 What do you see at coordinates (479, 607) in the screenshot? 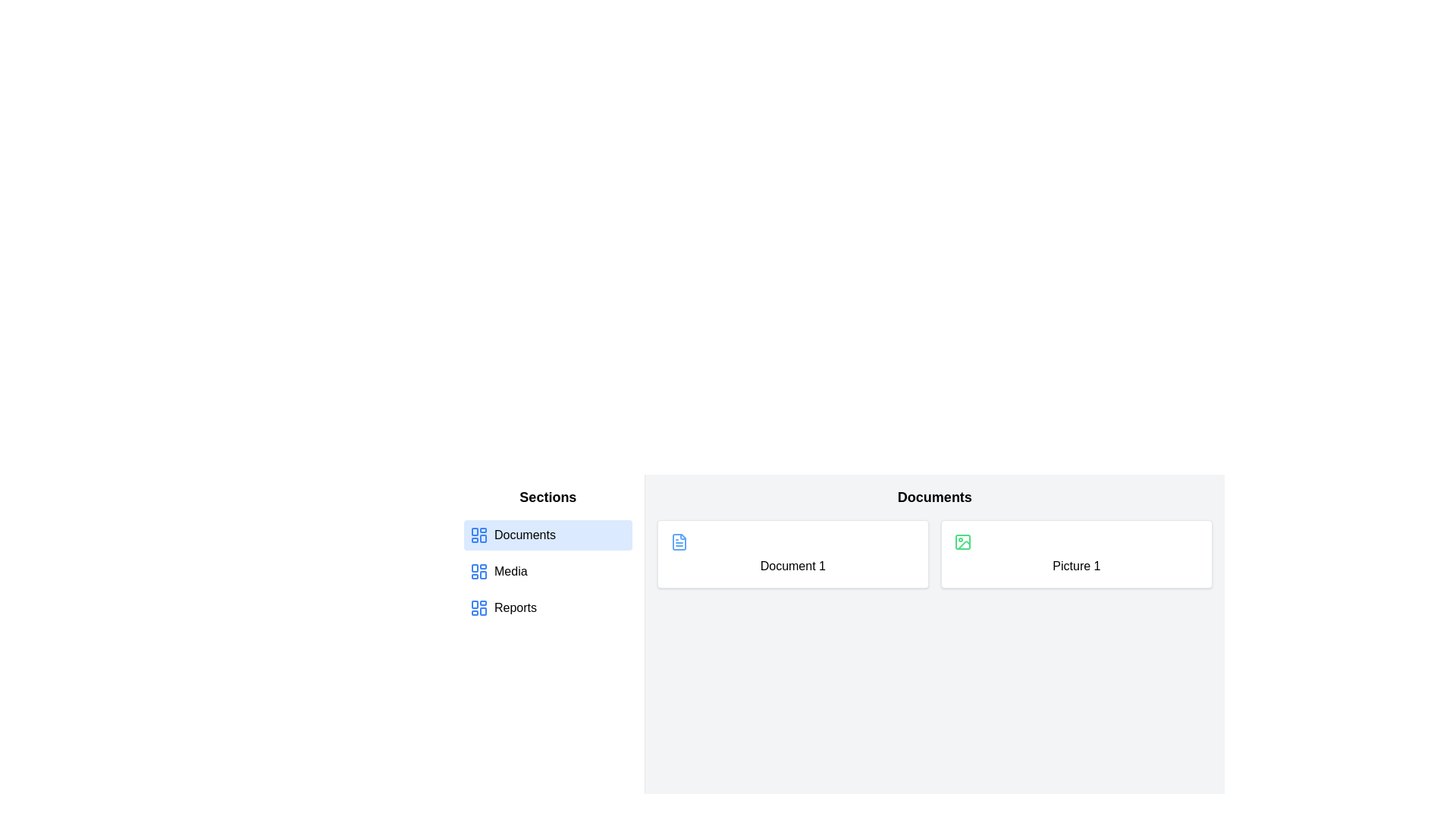
I see `icon in the 'Reports' section of the sidebar, which is represented by a blue grid-like dashboard layout adjacent to the 'Reports' text label` at bounding box center [479, 607].